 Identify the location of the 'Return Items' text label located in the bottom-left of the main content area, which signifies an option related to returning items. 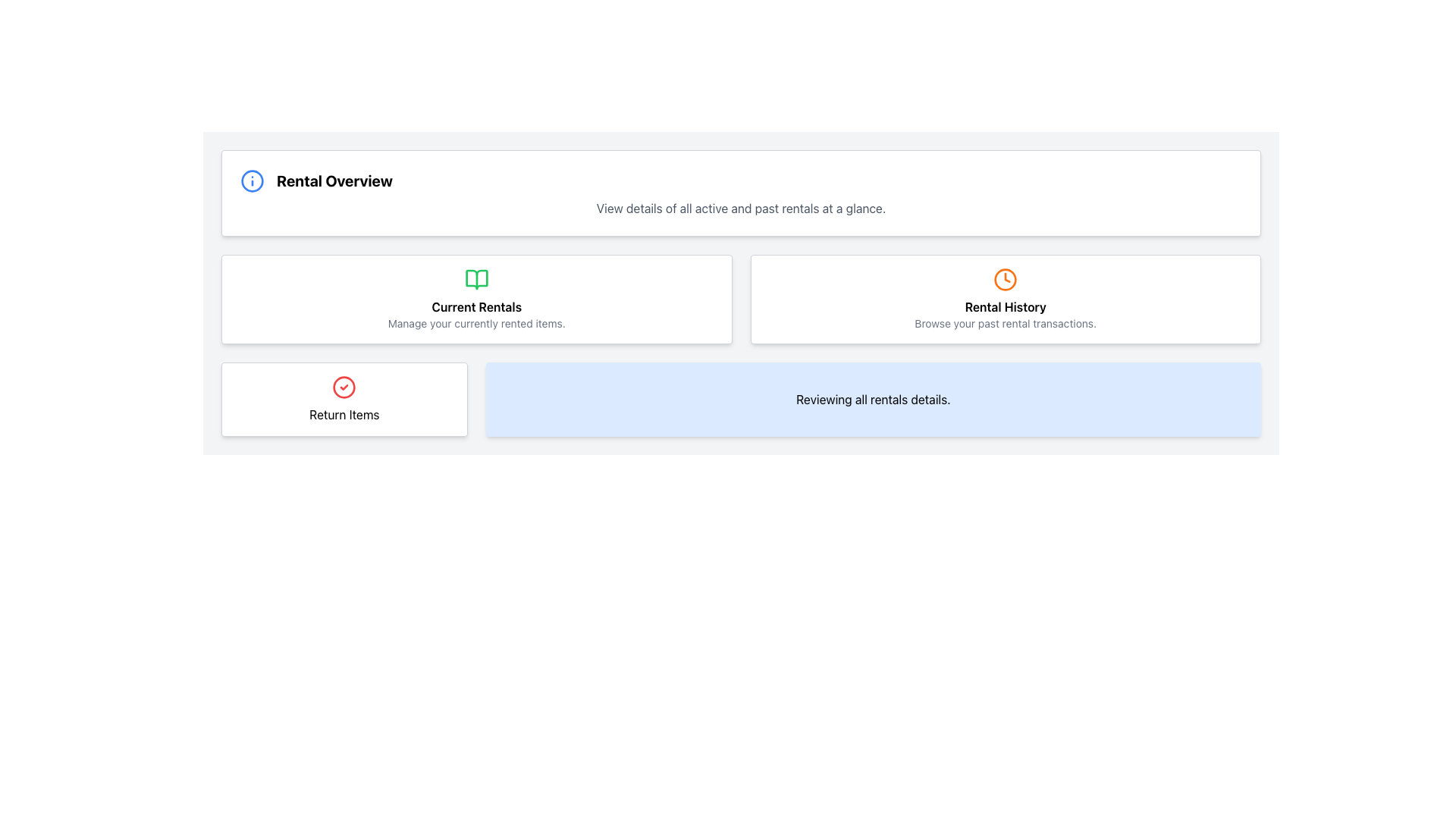
(344, 415).